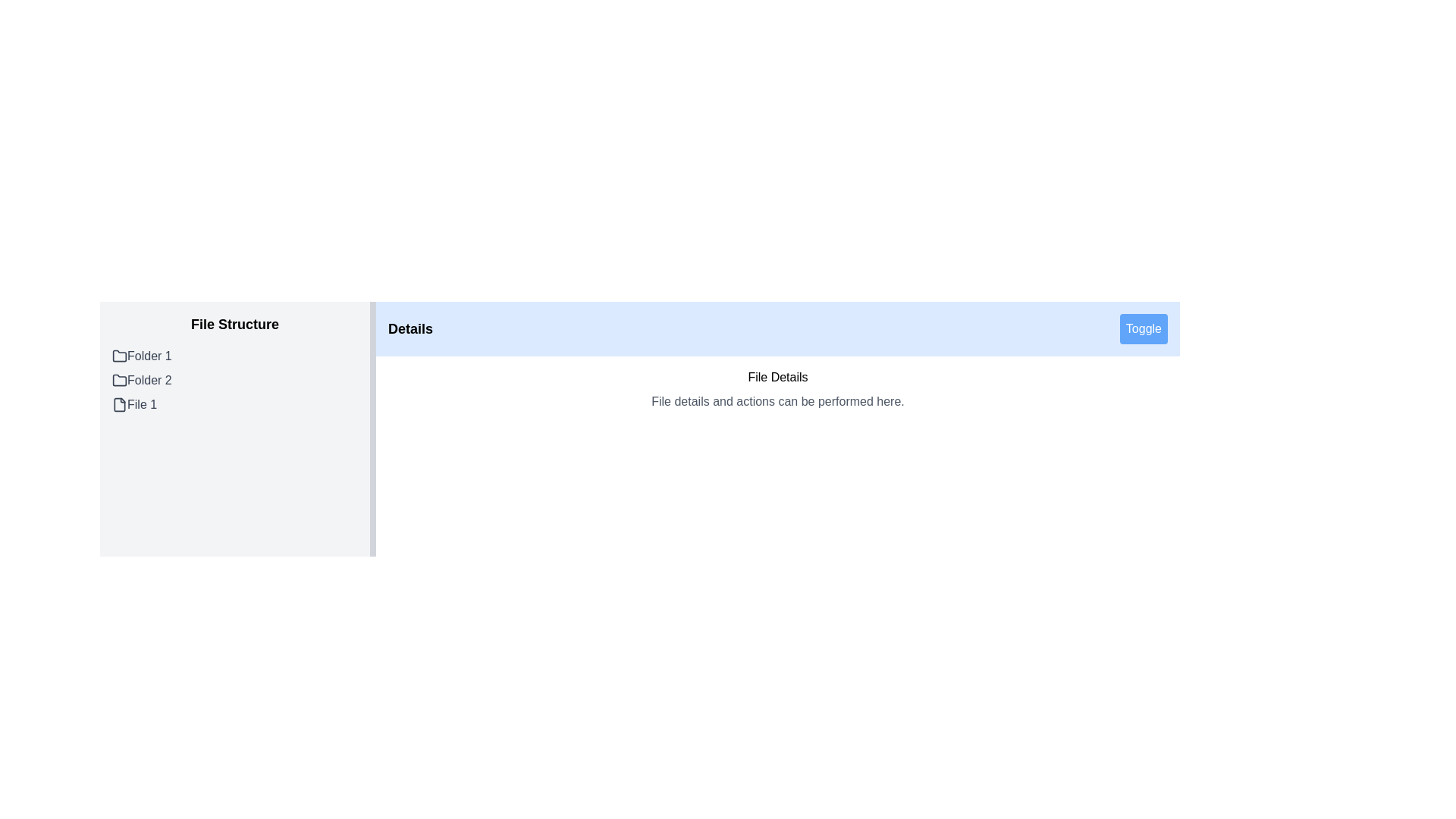  What do you see at coordinates (119, 379) in the screenshot?
I see `the folder icon located to the left of the 'Folder 2' text in the 'File Structure' list` at bounding box center [119, 379].